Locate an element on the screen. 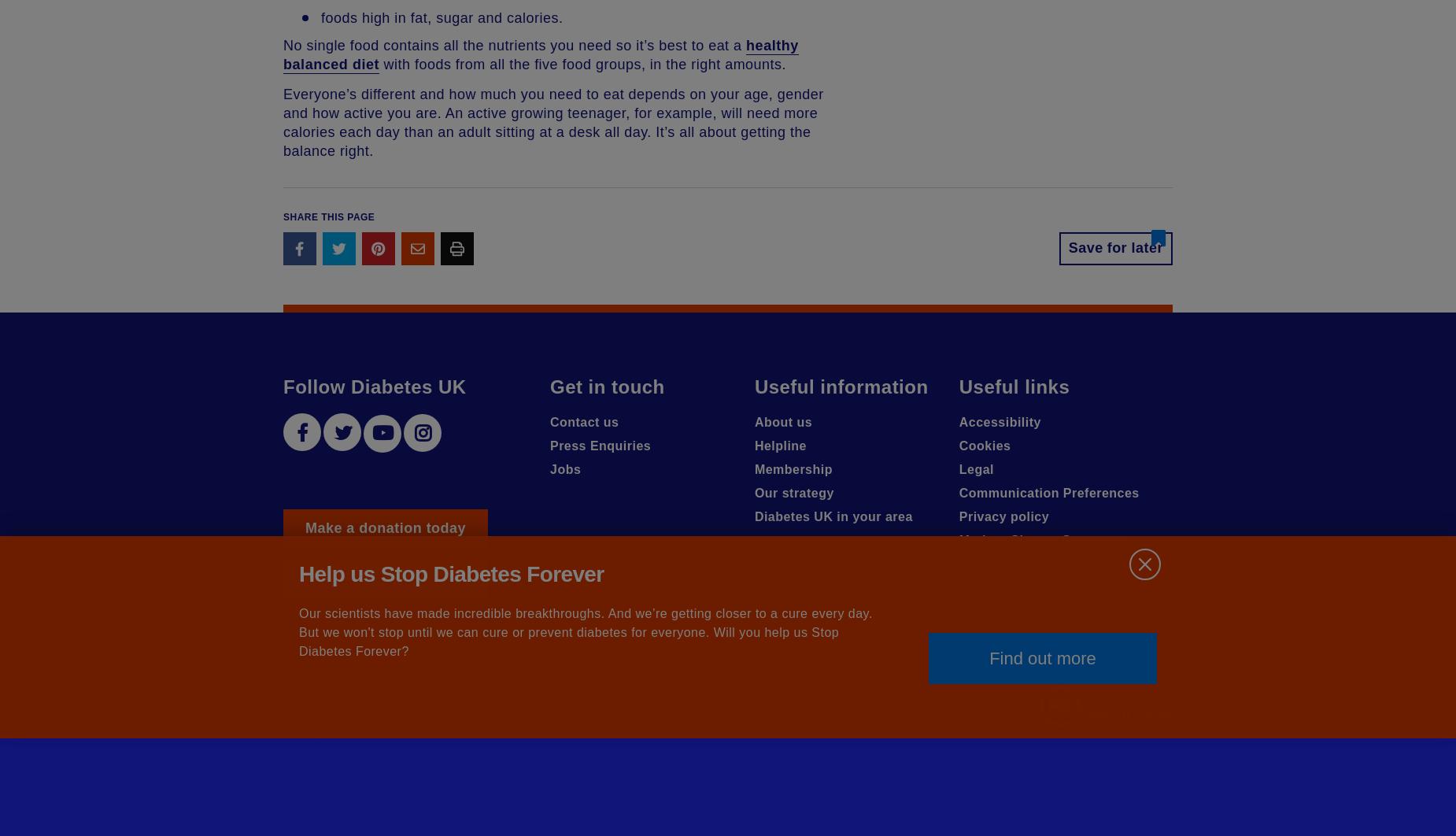  'Jobs' is located at coordinates (565, 469).